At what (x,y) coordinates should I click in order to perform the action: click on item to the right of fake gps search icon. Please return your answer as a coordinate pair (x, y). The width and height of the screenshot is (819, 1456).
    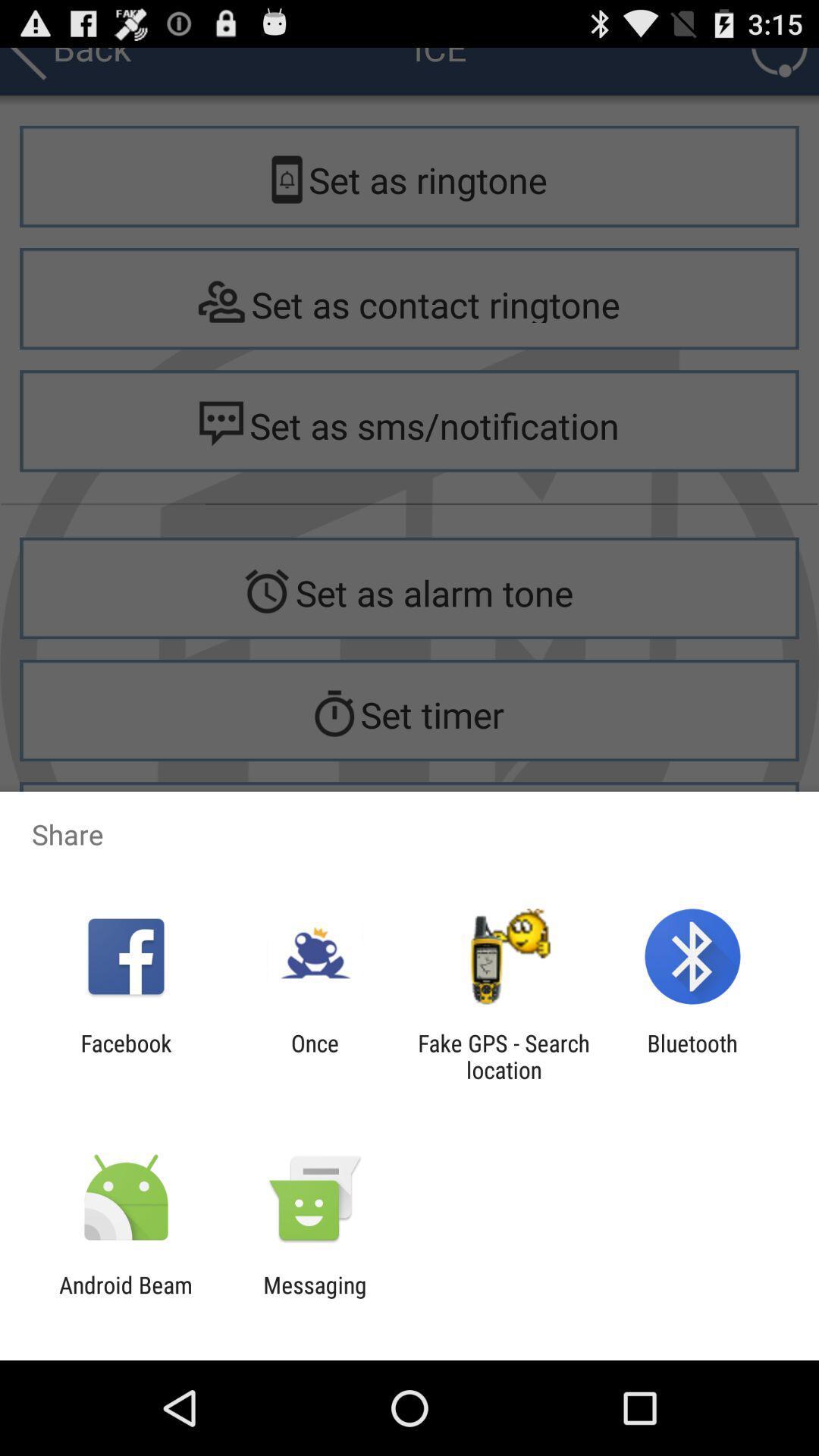
    Looking at the image, I should click on (692, 1056).